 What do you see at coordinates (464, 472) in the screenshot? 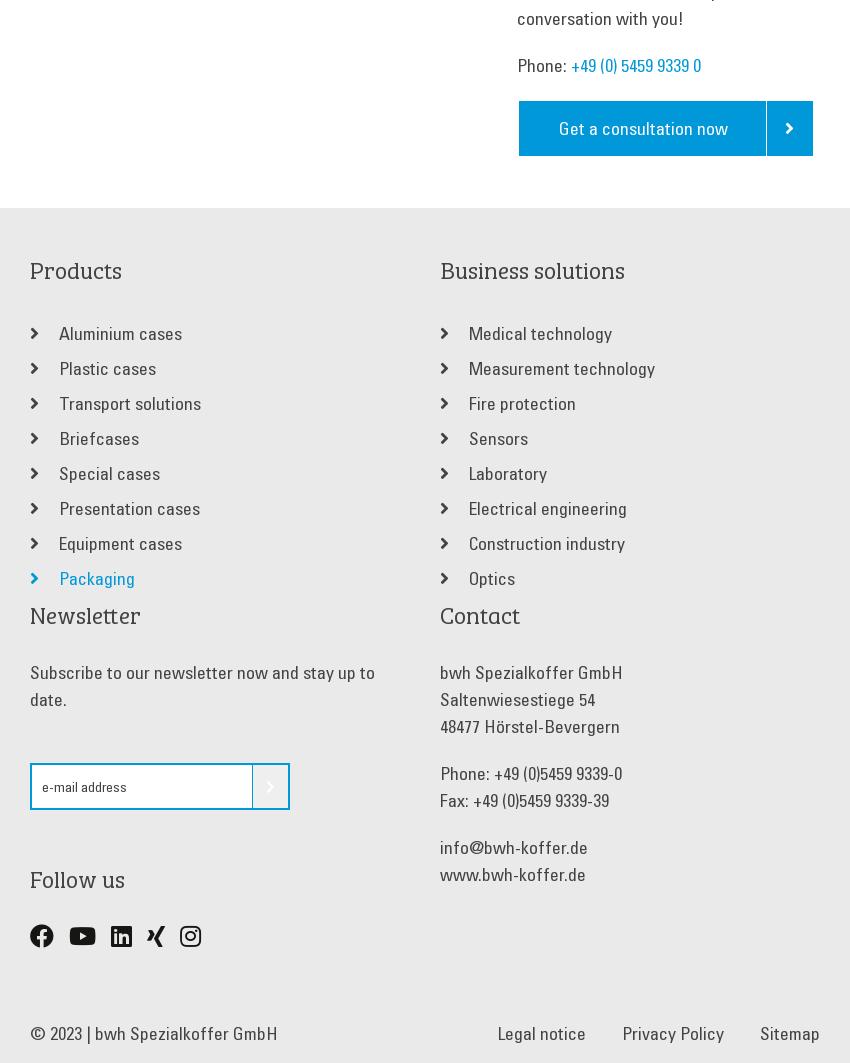
I see `'Laboratory'` at bounding box center [464, 472].